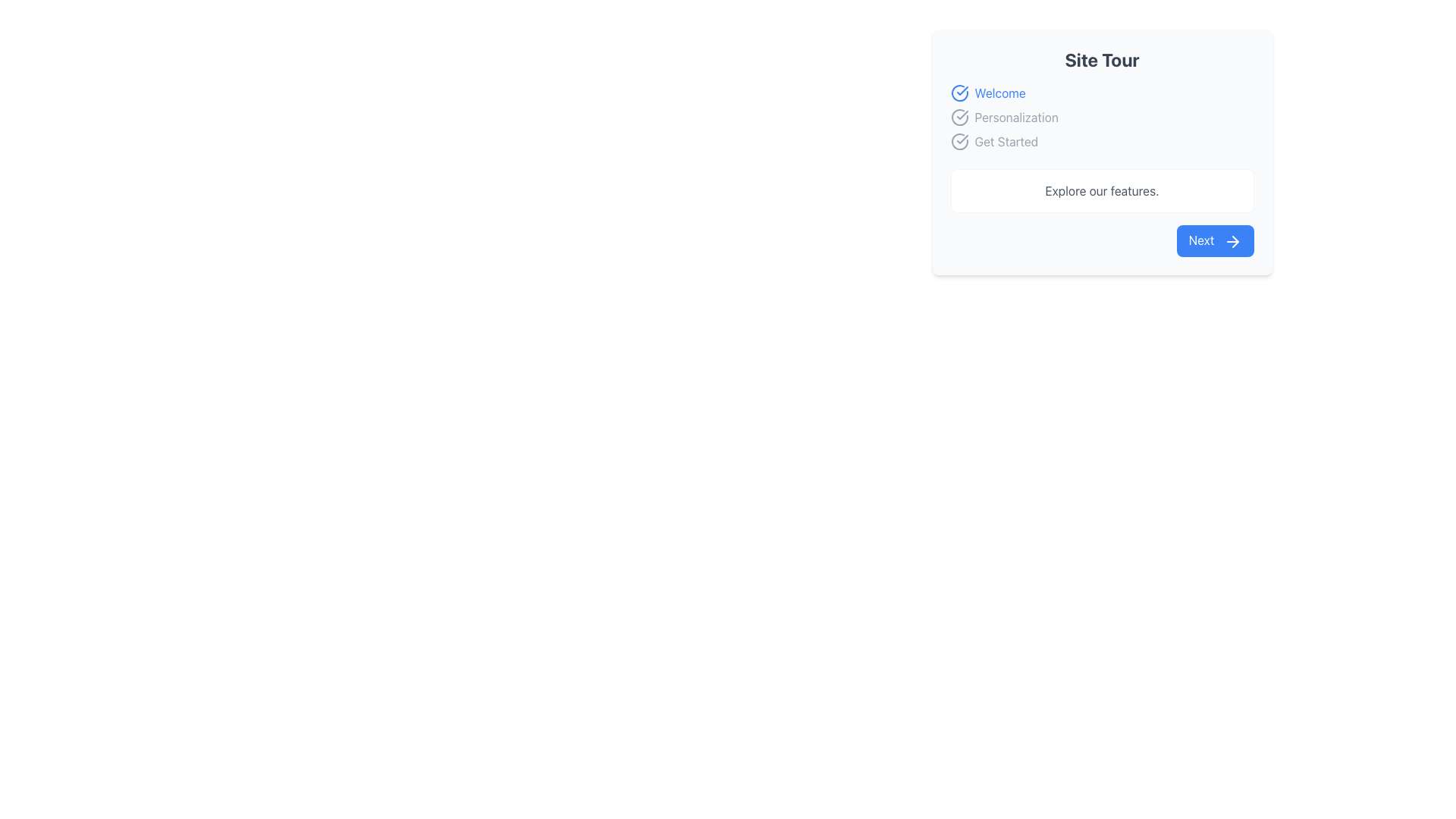  I want to click on the appearance of the Icon indicating the 'Personalization' step in the step-by-step guide interface for status indication, so click(959, 116).